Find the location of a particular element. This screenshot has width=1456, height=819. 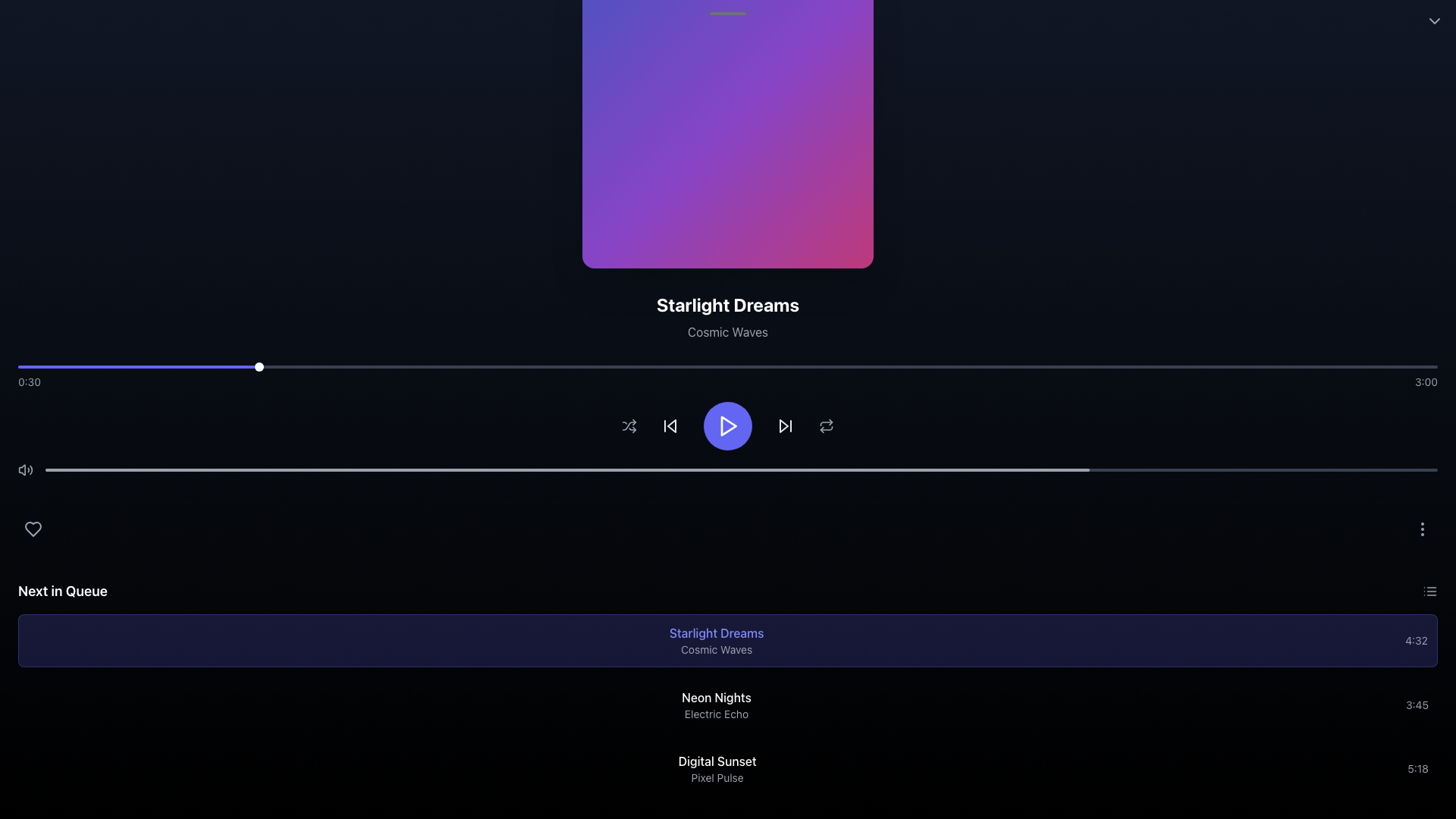

the primary play button located centrally among the playback control buttons is located at coordinates (728, 426).